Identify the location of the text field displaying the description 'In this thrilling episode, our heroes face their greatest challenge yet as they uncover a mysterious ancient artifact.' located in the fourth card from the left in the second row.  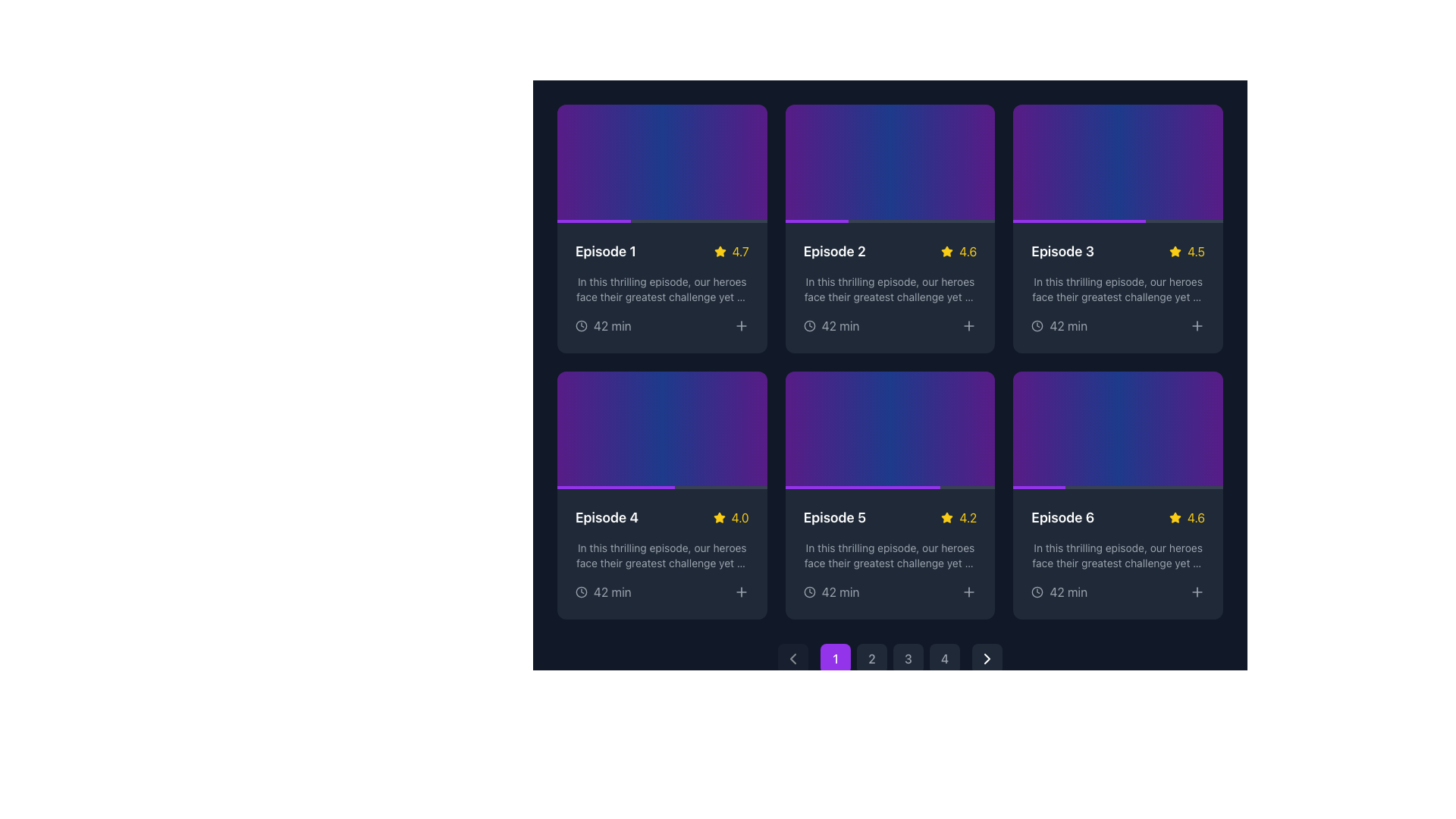
(662, 556).